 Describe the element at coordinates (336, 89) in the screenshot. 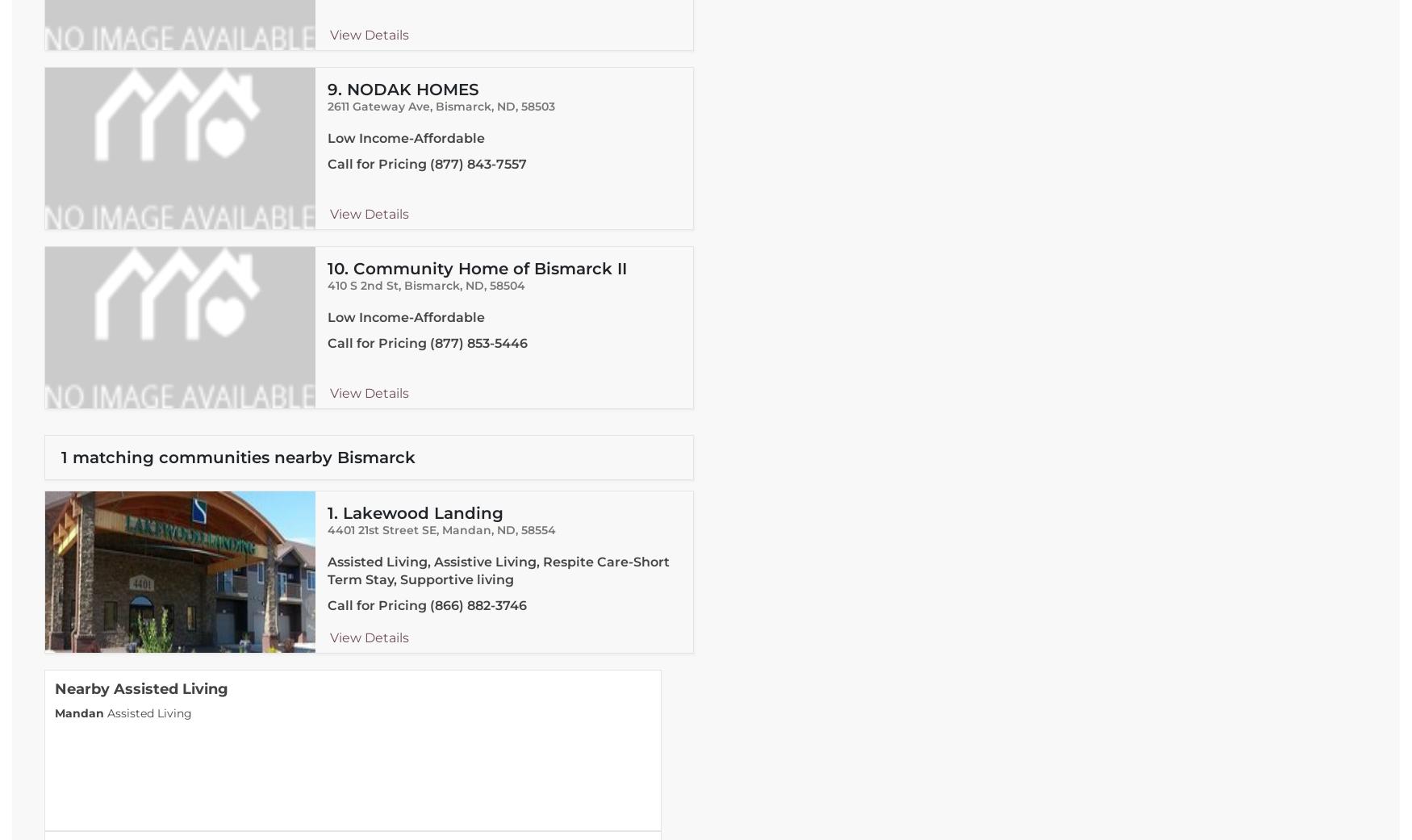

I see `'9.'` at that location.